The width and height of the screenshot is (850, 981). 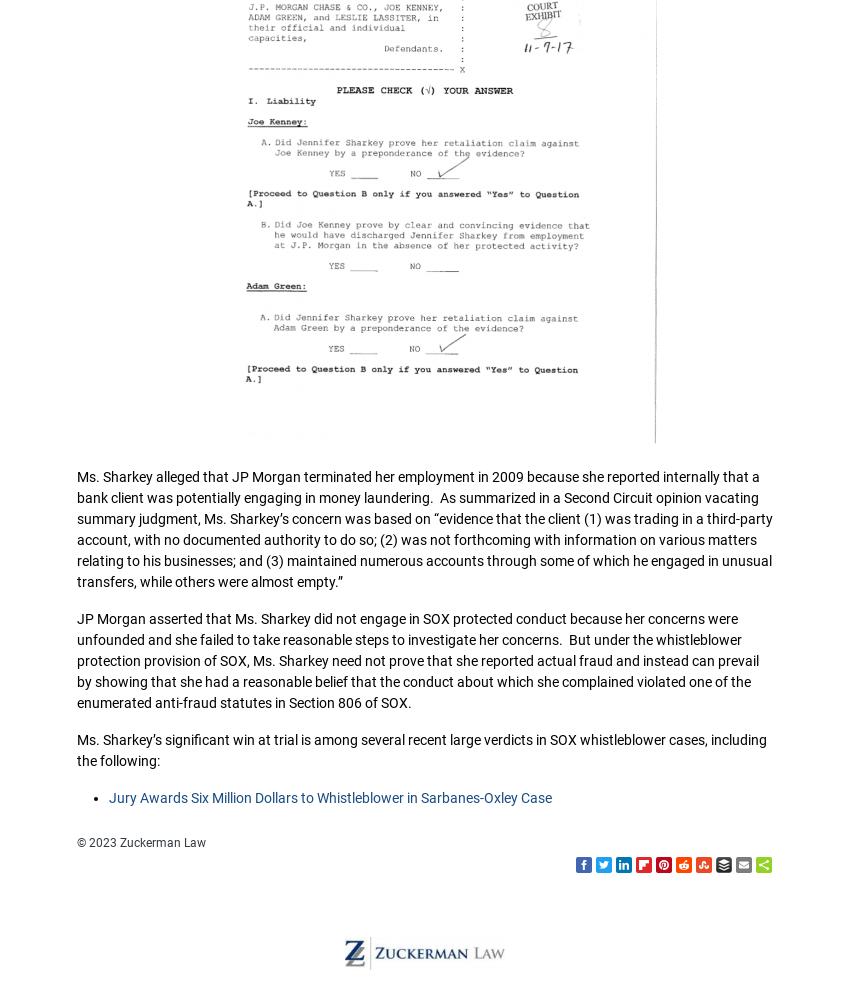 I want to click on 'Litigation', so click(x=394, y=269).